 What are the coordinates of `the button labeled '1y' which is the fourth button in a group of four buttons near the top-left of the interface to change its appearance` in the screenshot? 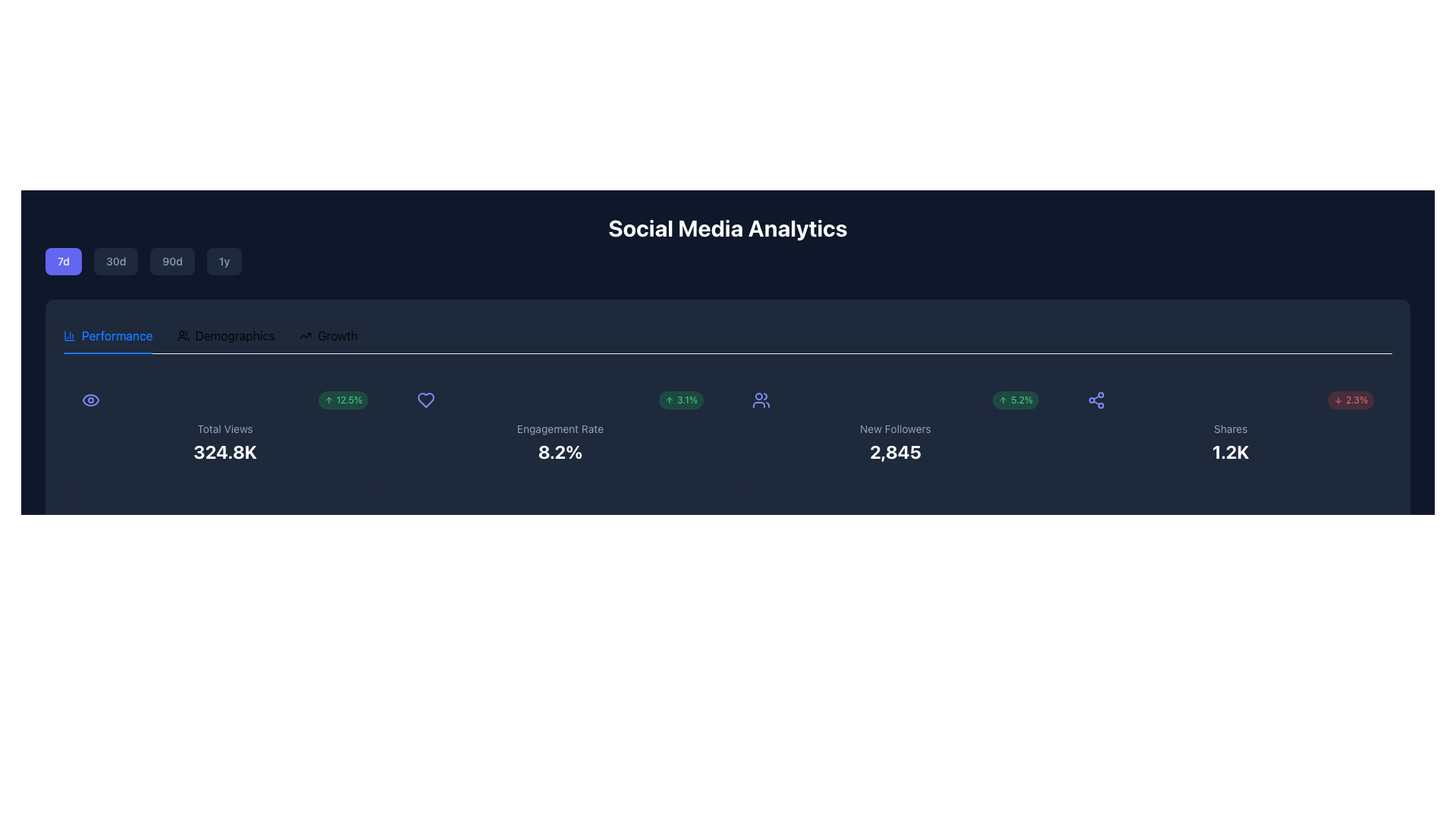 It's located at (224, 260).